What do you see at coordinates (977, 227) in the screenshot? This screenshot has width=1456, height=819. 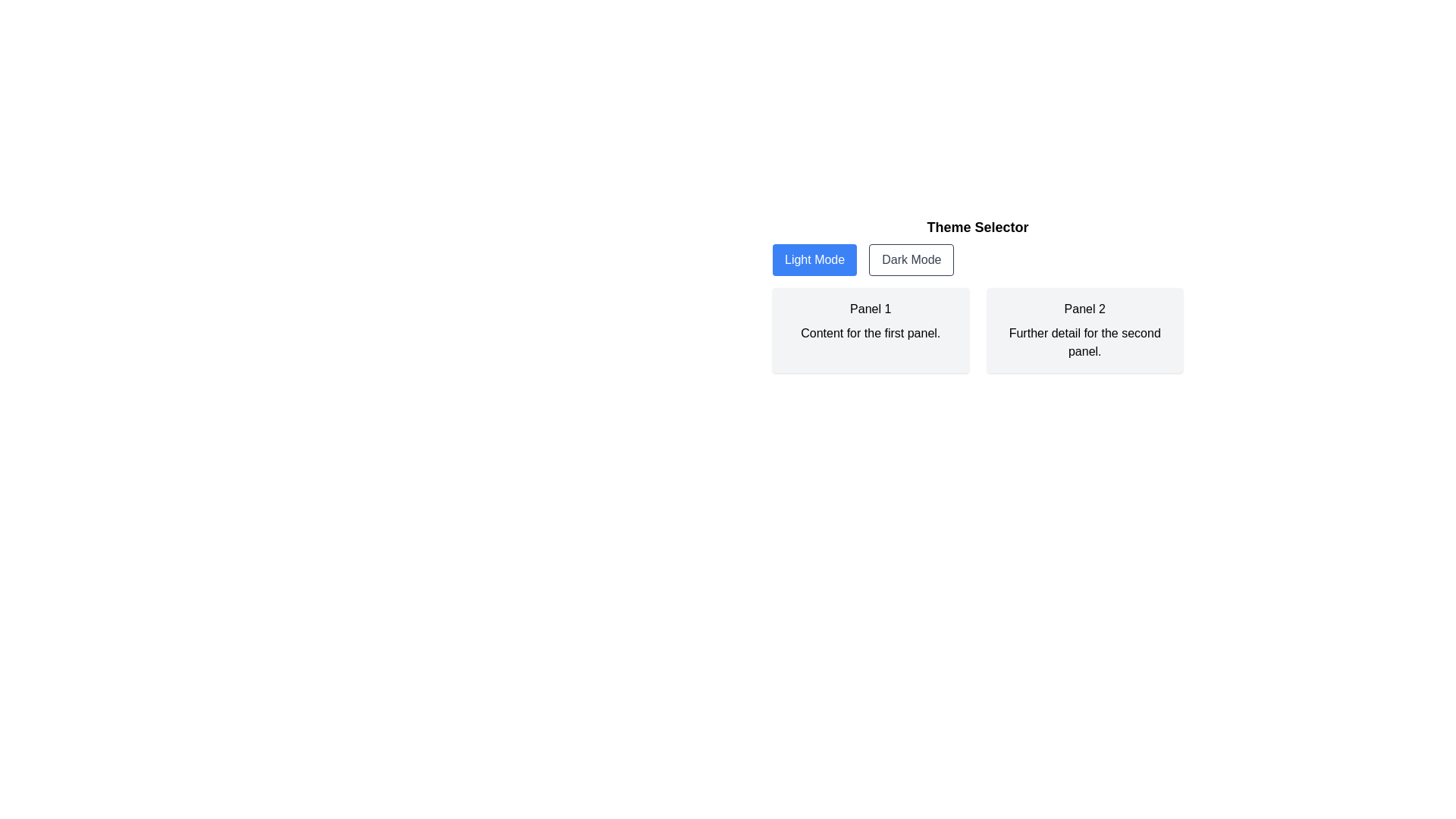 I see `the 'Theme Selector' heading, which is styled in bold and larger font, and is located above the 'Light Mode' and 'Dark Mode' buttons` at bounding box center [977, 227].